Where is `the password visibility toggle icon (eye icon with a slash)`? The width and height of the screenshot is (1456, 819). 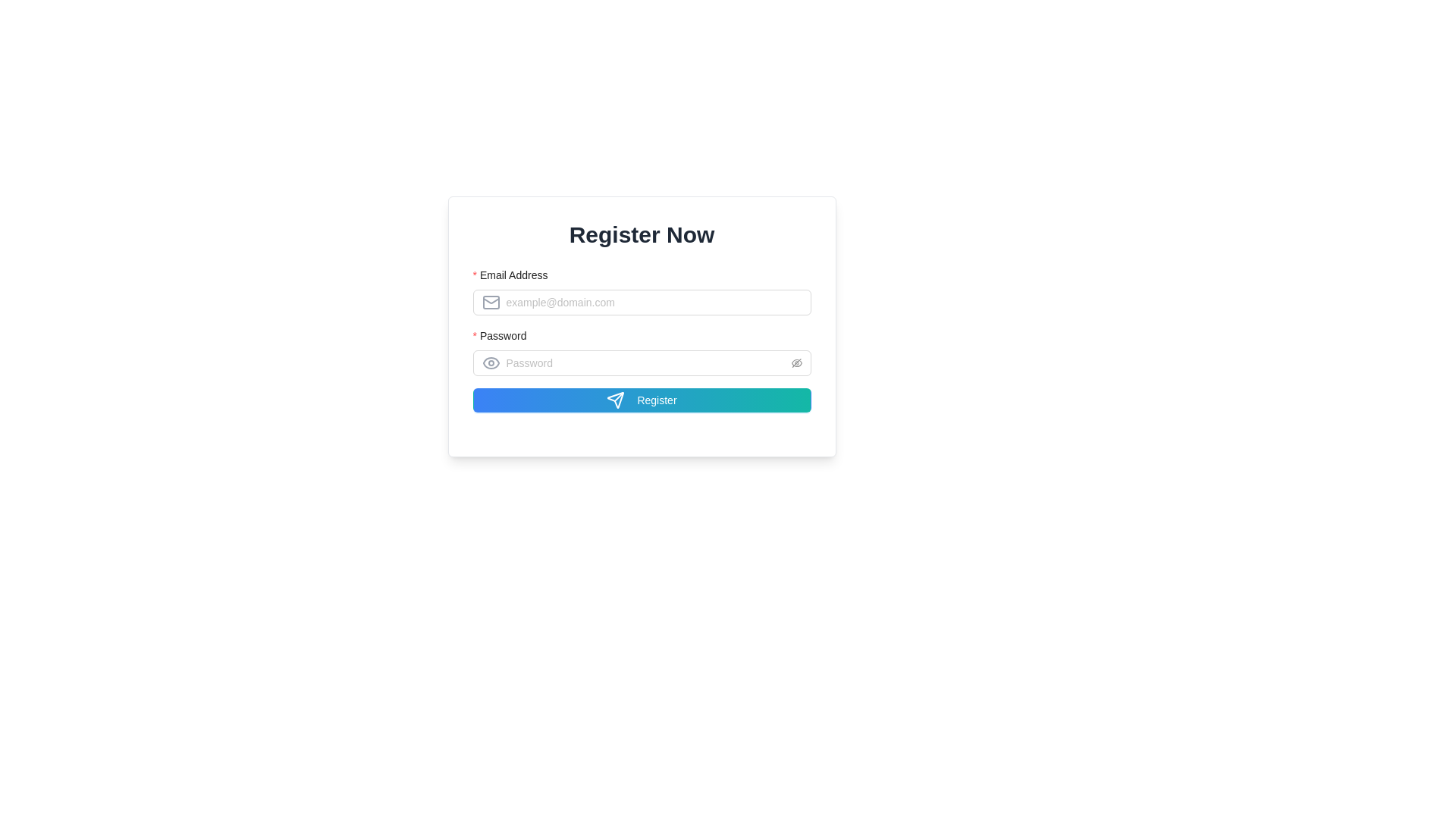
the password visibility toggle icon (eye icon with a slash) is located at coordinates (795, 362).